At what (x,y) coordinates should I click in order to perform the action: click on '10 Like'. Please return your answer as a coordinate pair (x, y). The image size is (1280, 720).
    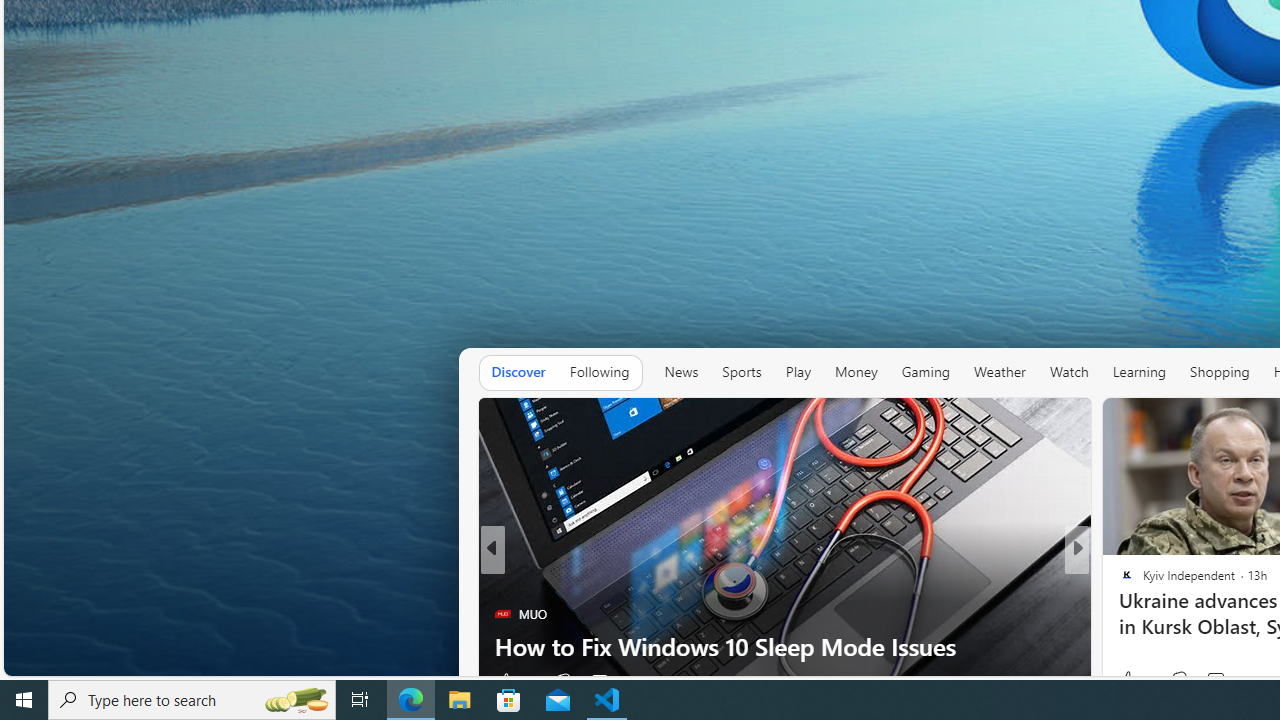
    Looking at the image, I should click on (1128, 680).